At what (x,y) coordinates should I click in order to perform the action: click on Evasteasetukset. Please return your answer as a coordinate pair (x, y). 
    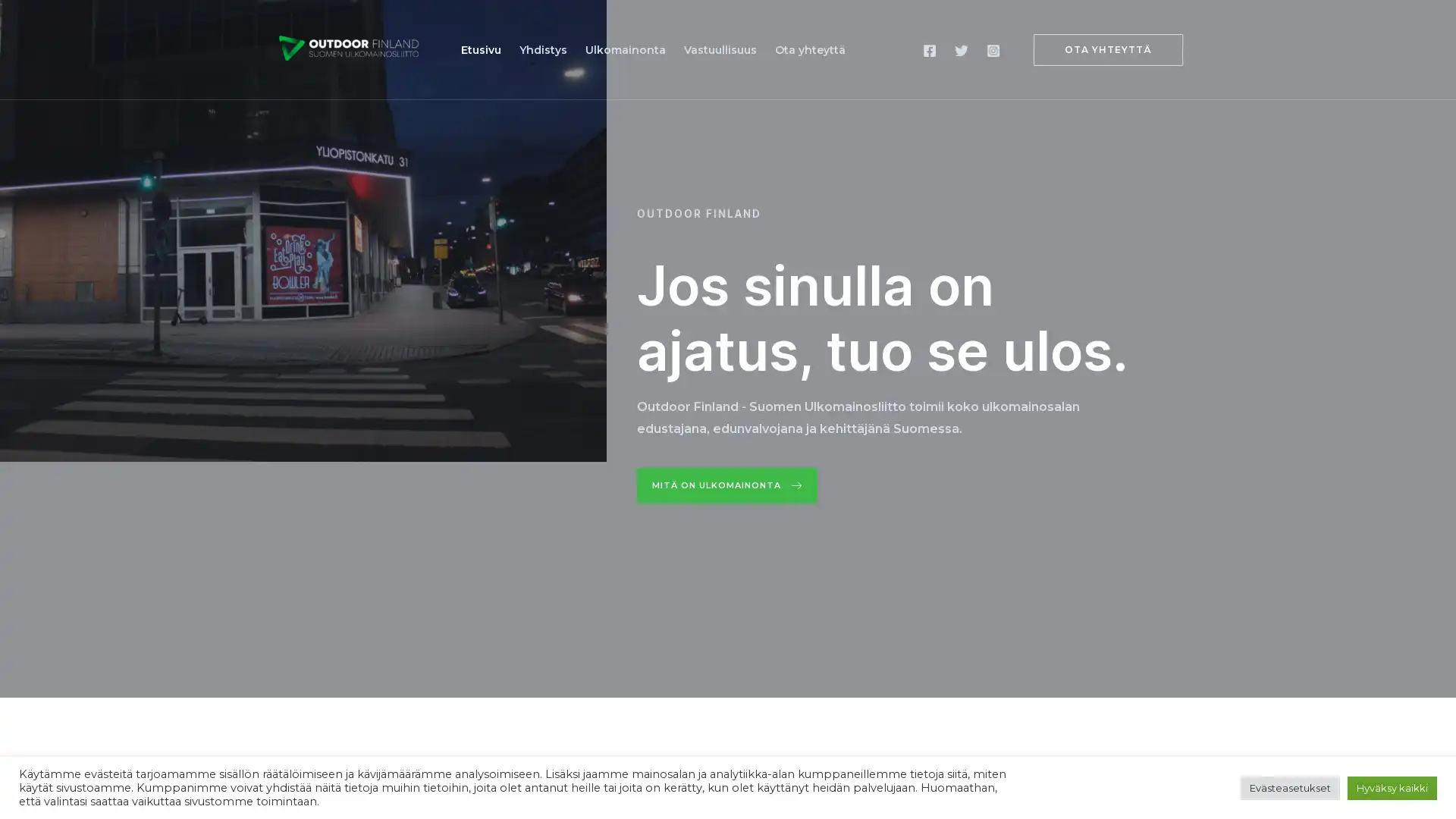
    Looking at the image, I should click on (1289, 786).